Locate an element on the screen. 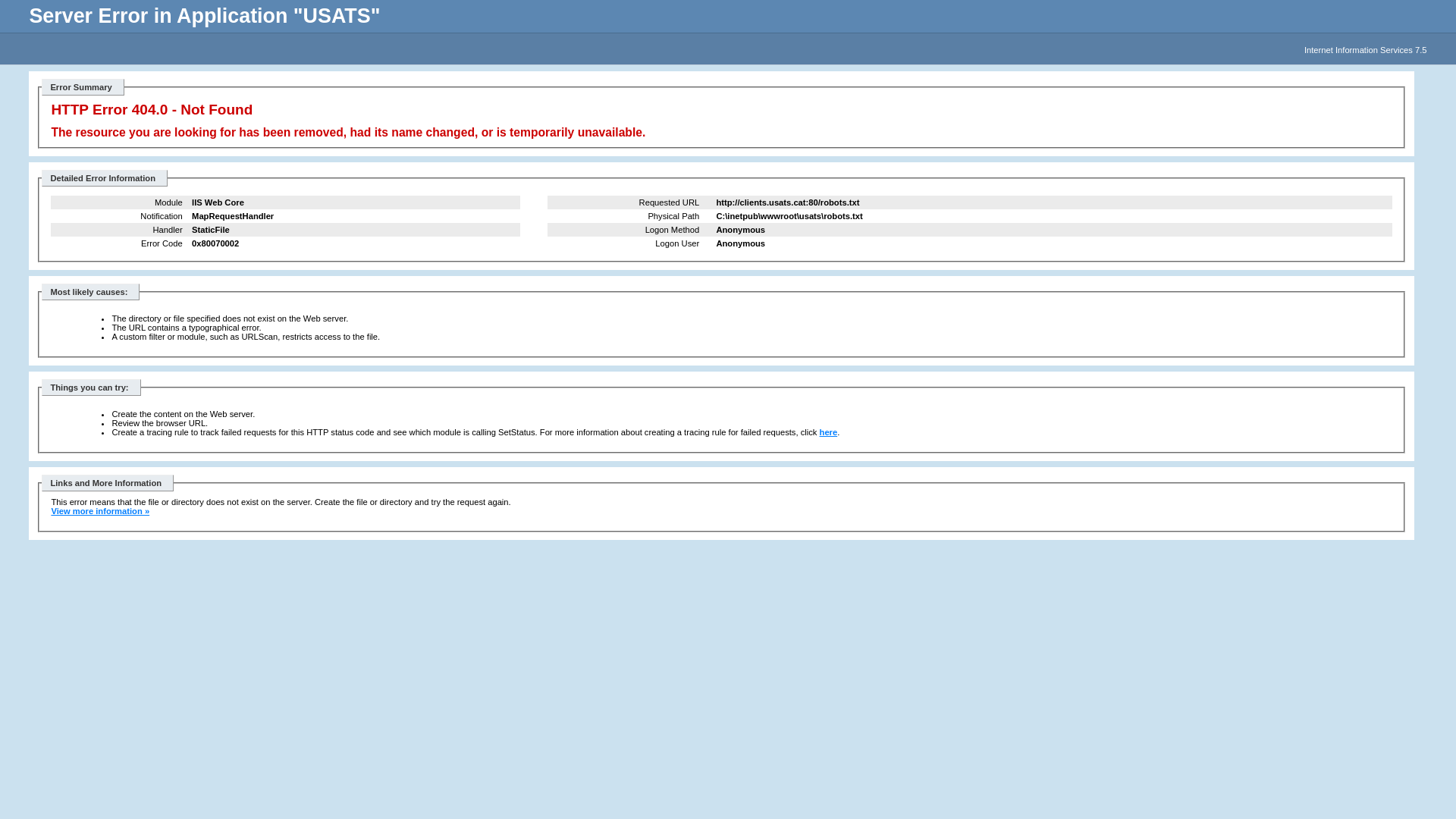 This screenshot has height=819, width=1456. 'here' is located at coordinates (828, 432).